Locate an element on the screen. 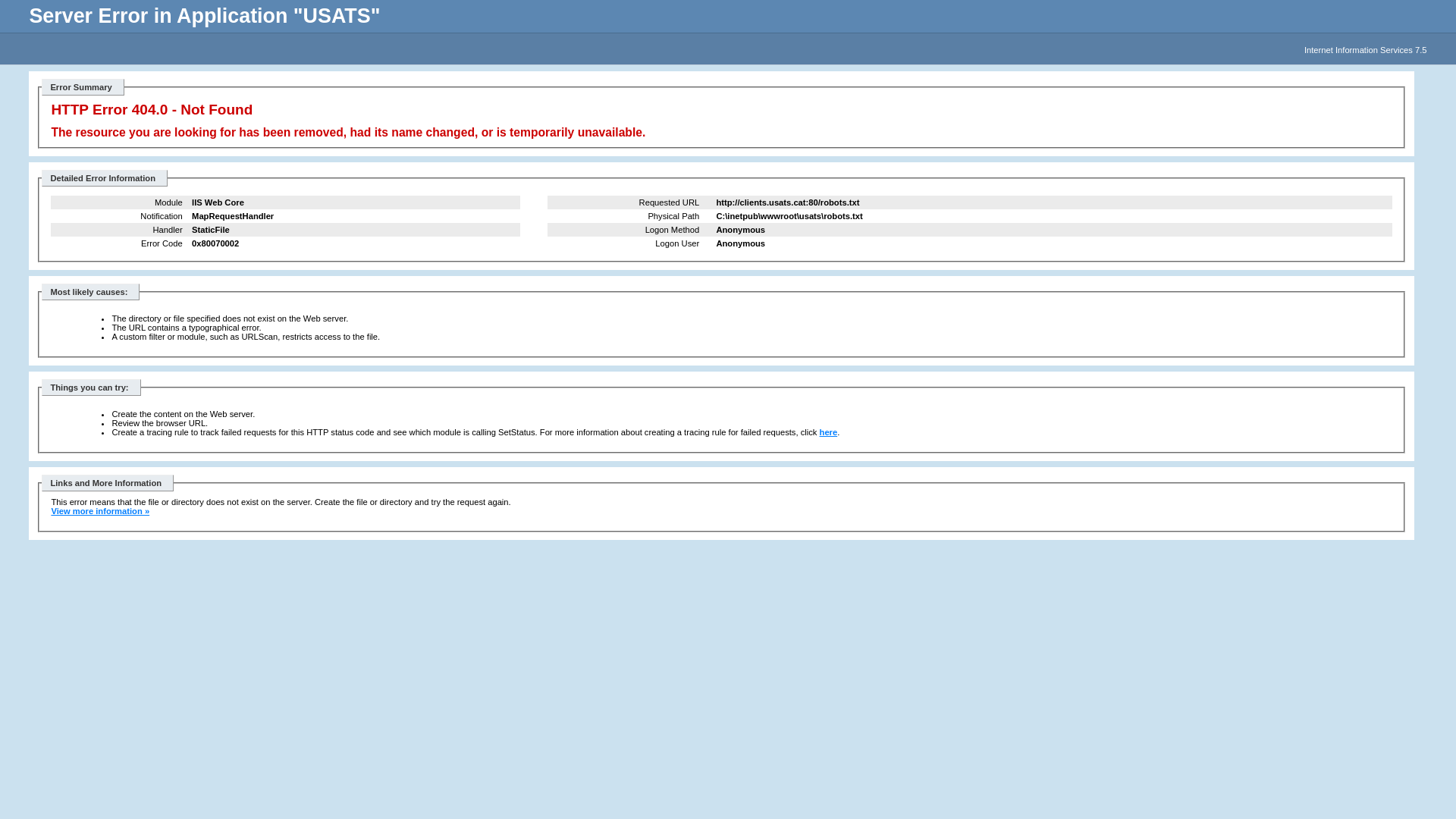 This screenshot has height=819, width=1456. 'here' is located at coordinates (828, 432).